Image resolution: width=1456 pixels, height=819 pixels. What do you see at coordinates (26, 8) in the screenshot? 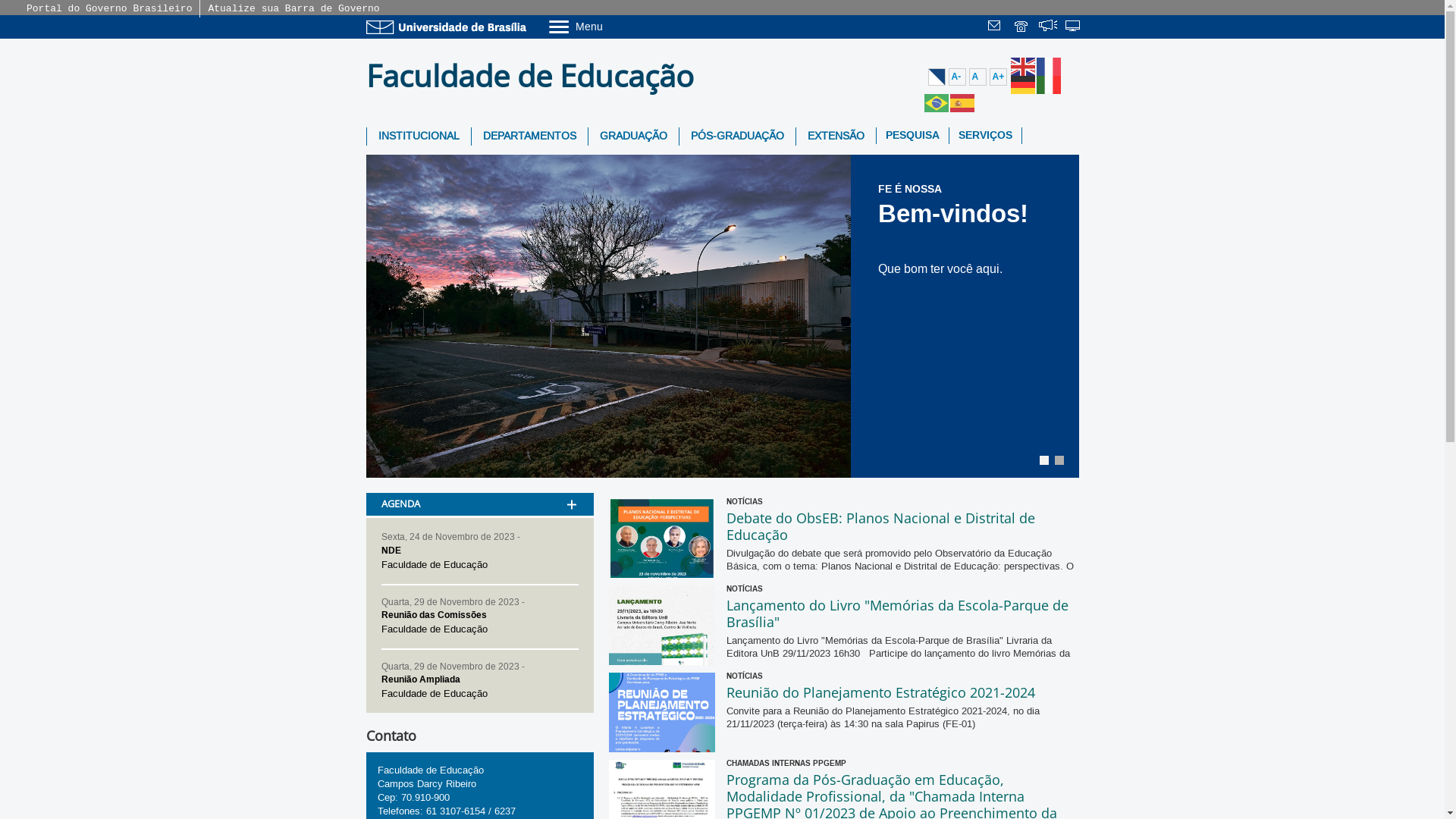
I see `'Portal do Governo Brasileiro'` at bounding box center [26, 8].